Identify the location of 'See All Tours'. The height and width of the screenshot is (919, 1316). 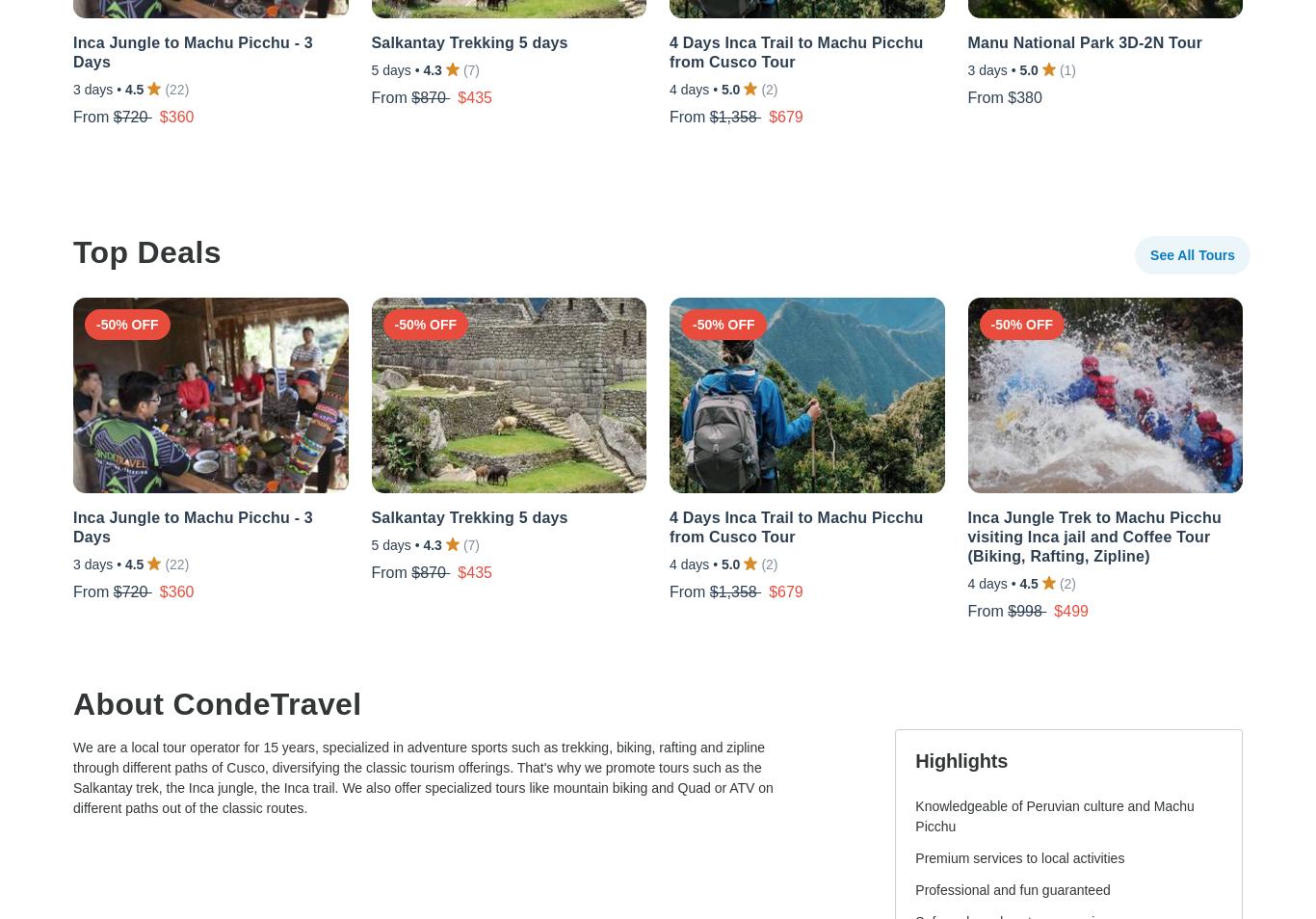
(1193, 255).